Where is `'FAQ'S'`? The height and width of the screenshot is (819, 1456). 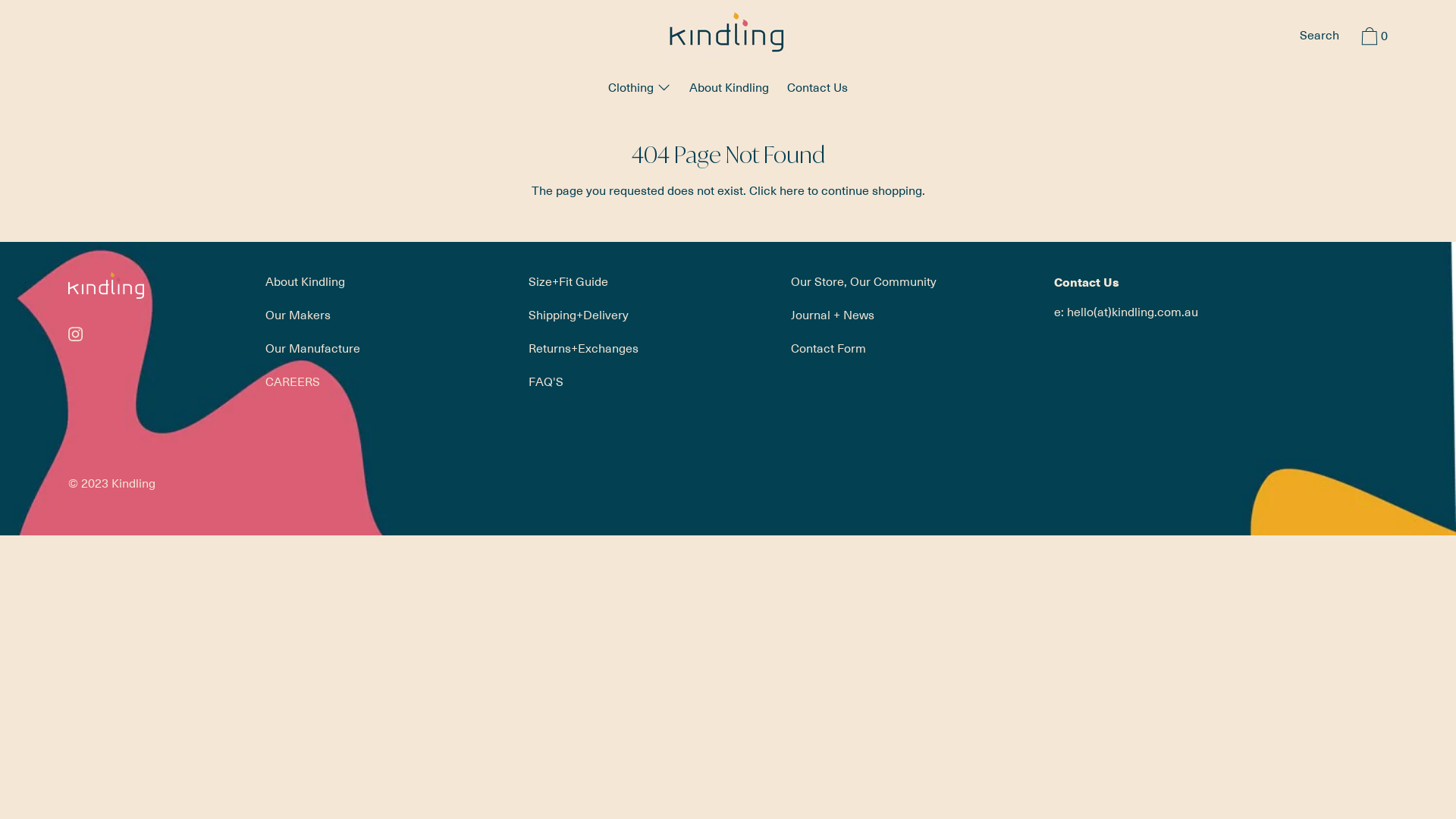 'FAQ'S' is located at coordinates (520, 380).